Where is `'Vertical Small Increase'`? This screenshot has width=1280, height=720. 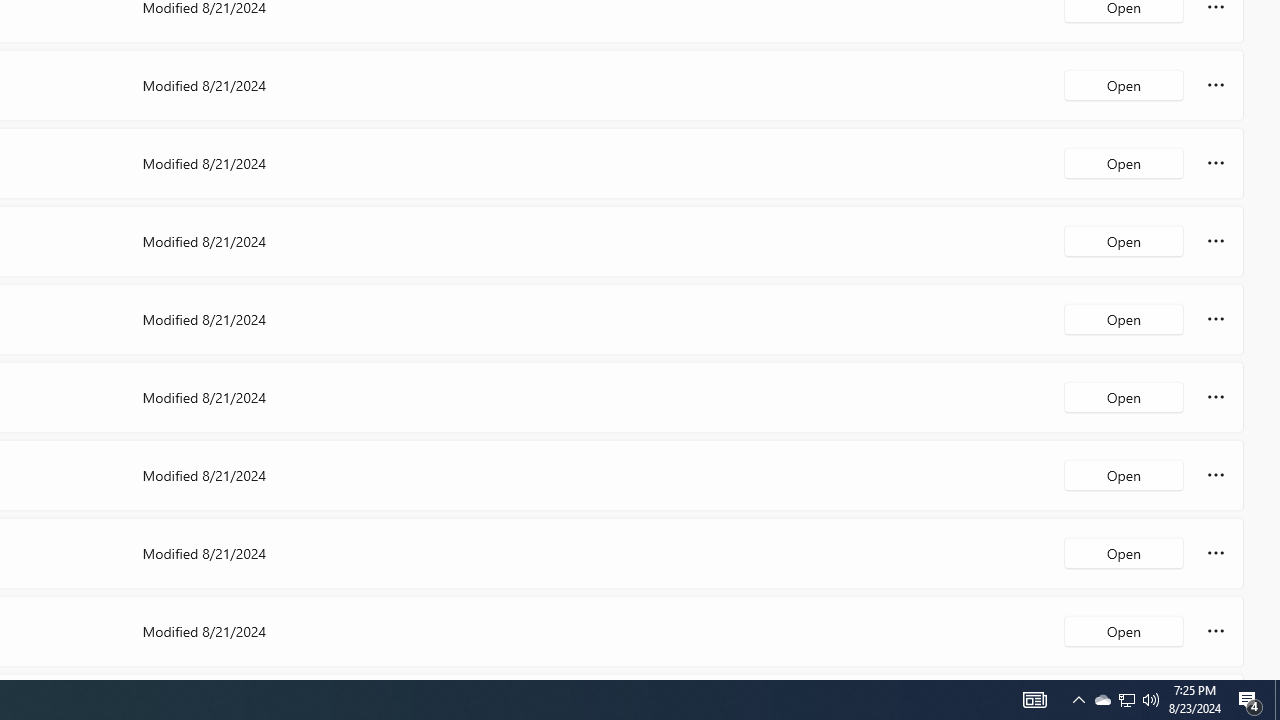
'Vertical Small Increase' is located at coordinates (1271, 672).